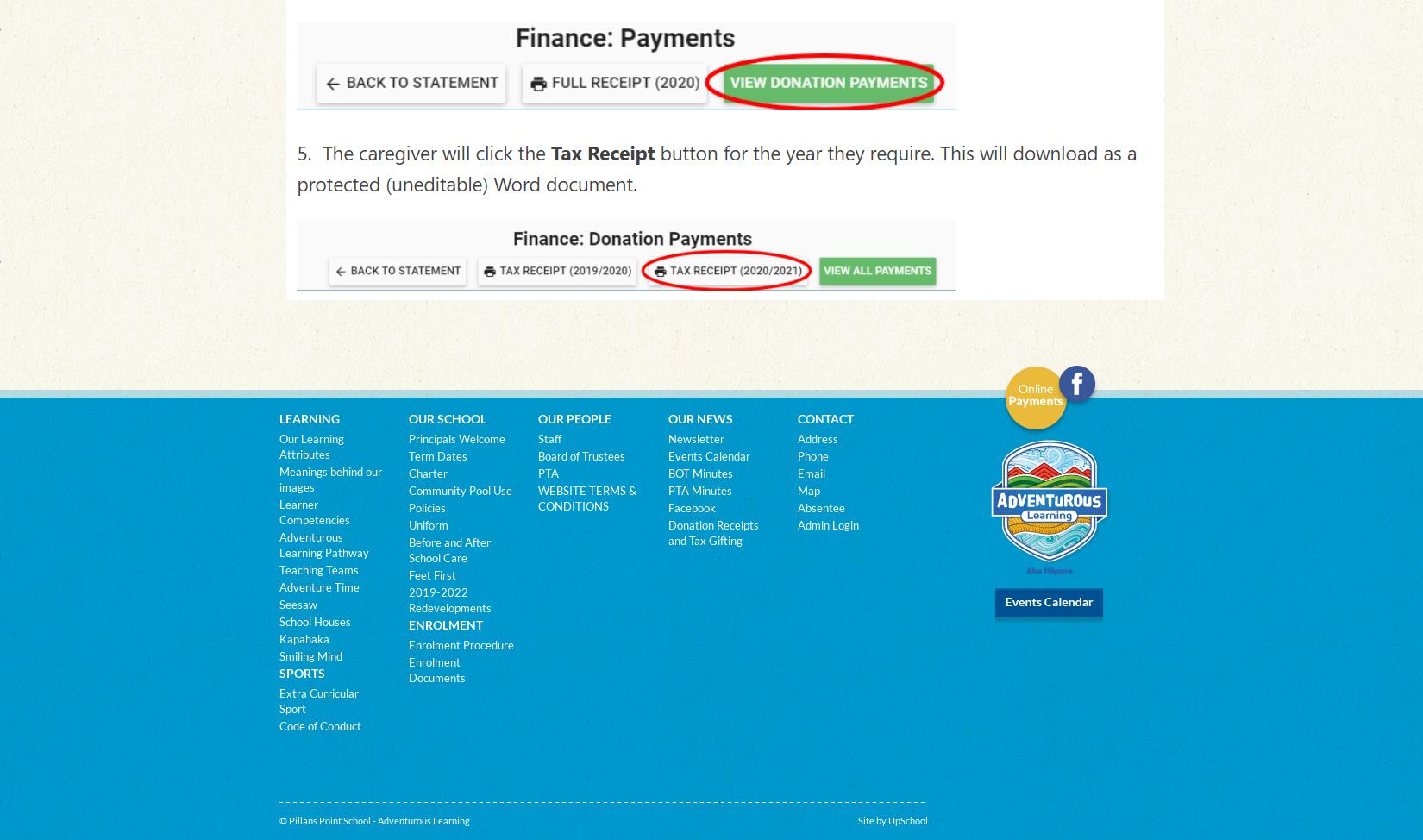  What do you see at coordinates (699, 473) in the screenshot?
I see `'BOT Minutes'` at bounding box center [699, 473].